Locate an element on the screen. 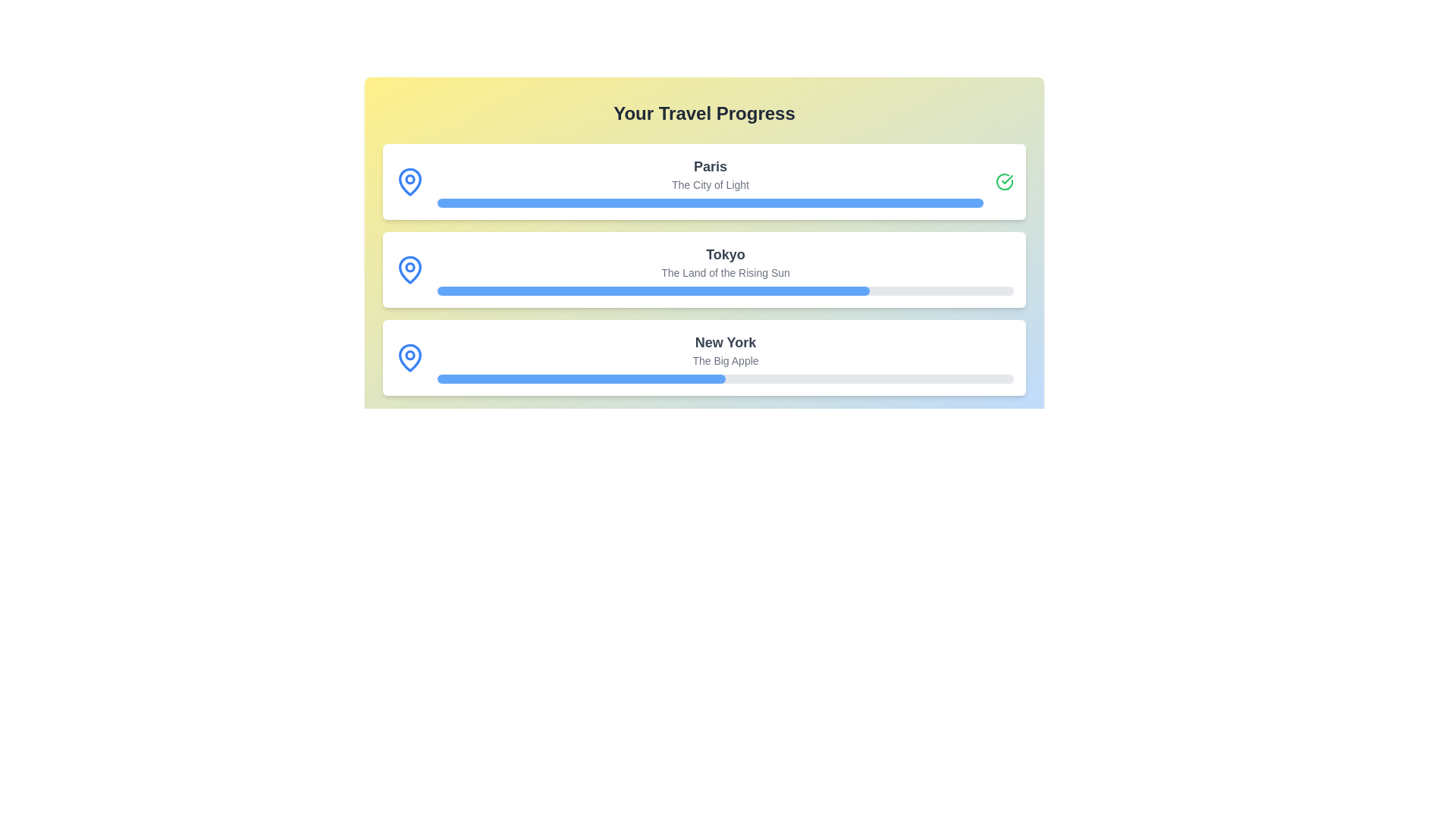 The height and width of the screenshot is (819, 1456). the progress visually on the progress bar located at the bottom of the 'Paris' section, beneath the subheading 'The City of Light' is located at coordinates (709, 202).